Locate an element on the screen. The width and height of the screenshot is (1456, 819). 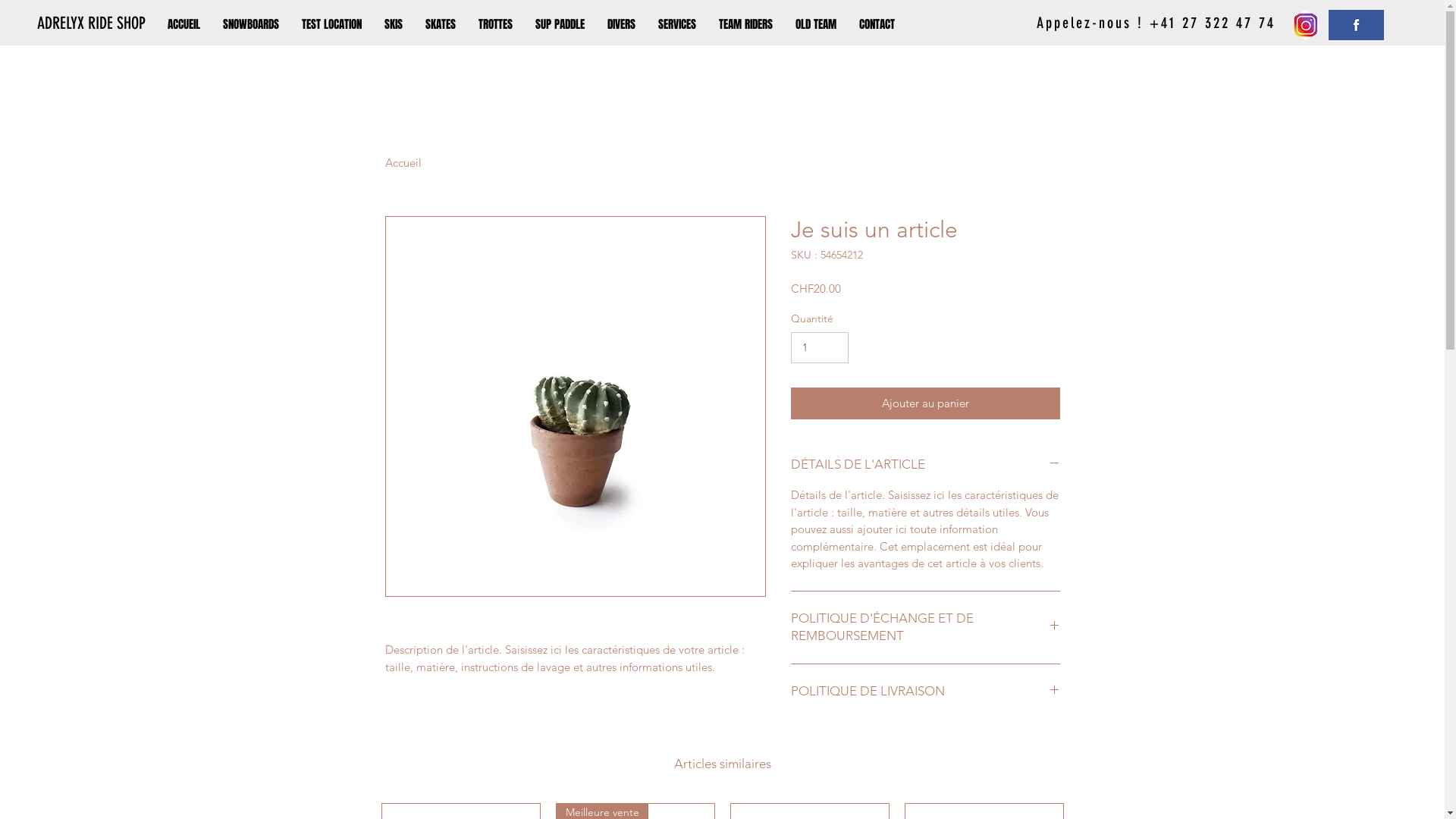
'SERVICES' is located at coordinates (676, 24).